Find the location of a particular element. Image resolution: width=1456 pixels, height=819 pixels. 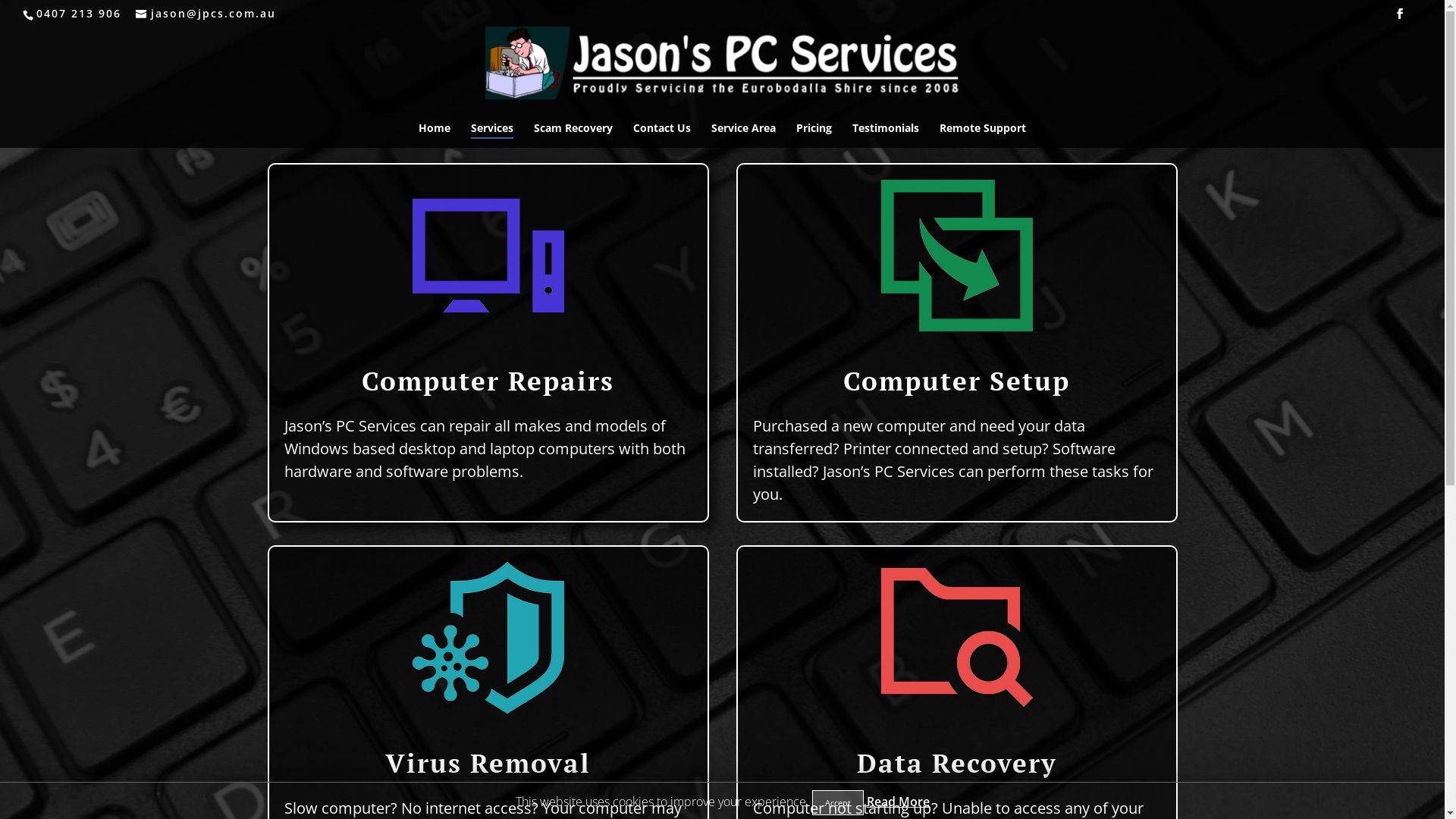

'Accept' is located at coordinates (836, 802).